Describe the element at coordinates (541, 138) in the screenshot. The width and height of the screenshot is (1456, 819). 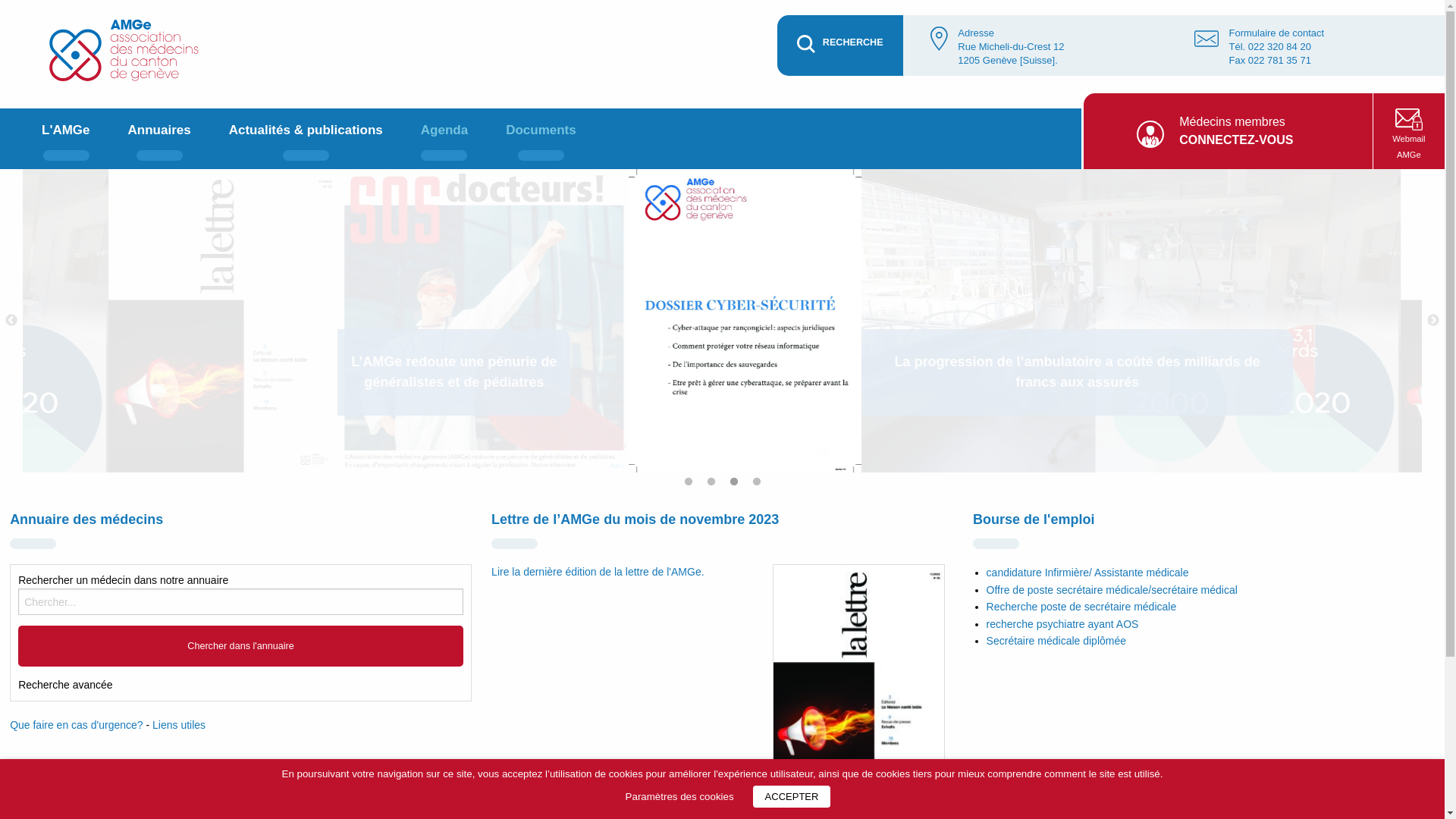
I see `'Documents'` at that location.